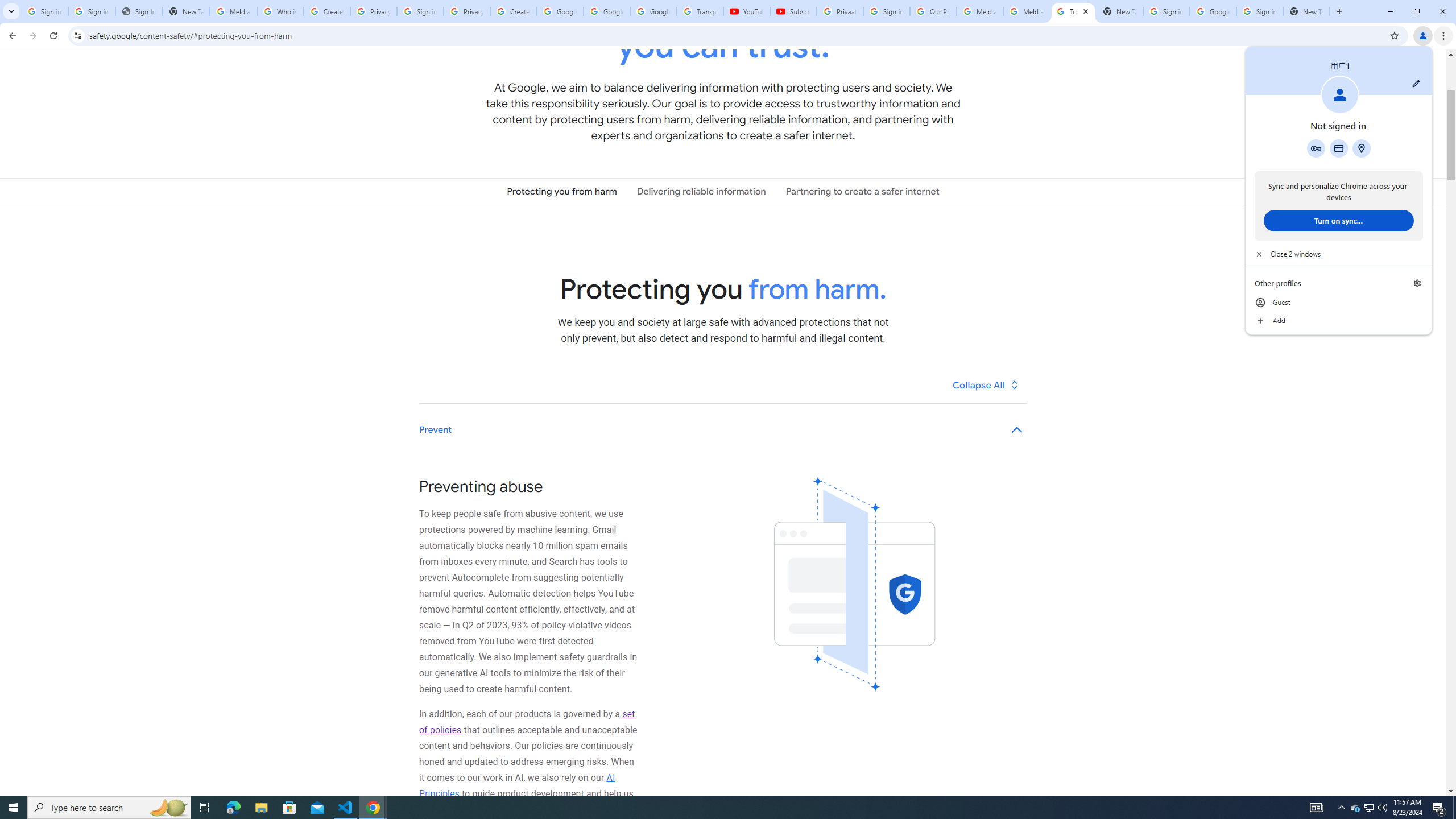 The width and height of the screenshot is (1456, 819). I want to click on 'Notification Chevron', so click(1342, 806).